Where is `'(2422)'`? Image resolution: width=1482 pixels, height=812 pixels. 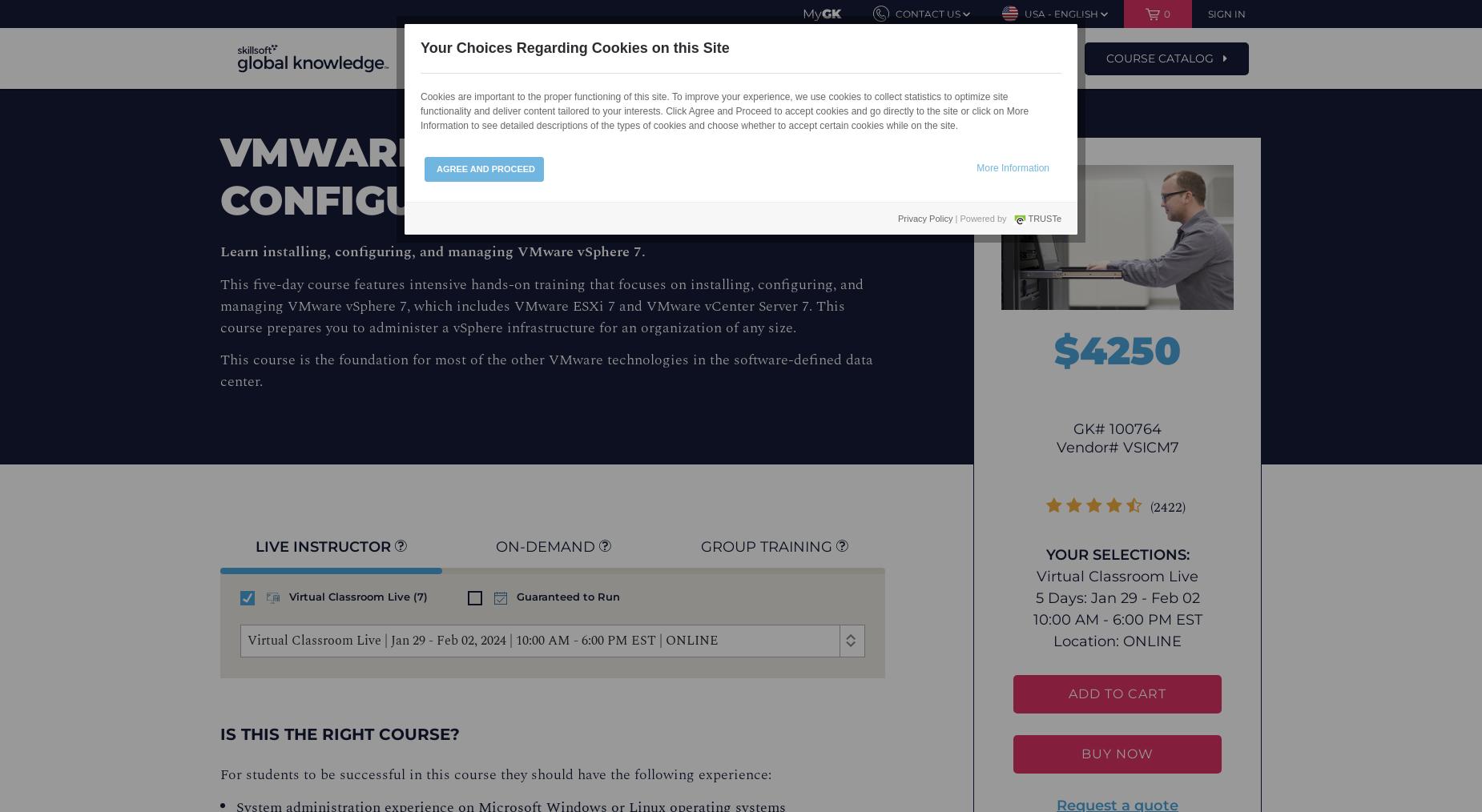 '(2422)' is located at coordinates (1167, 507).